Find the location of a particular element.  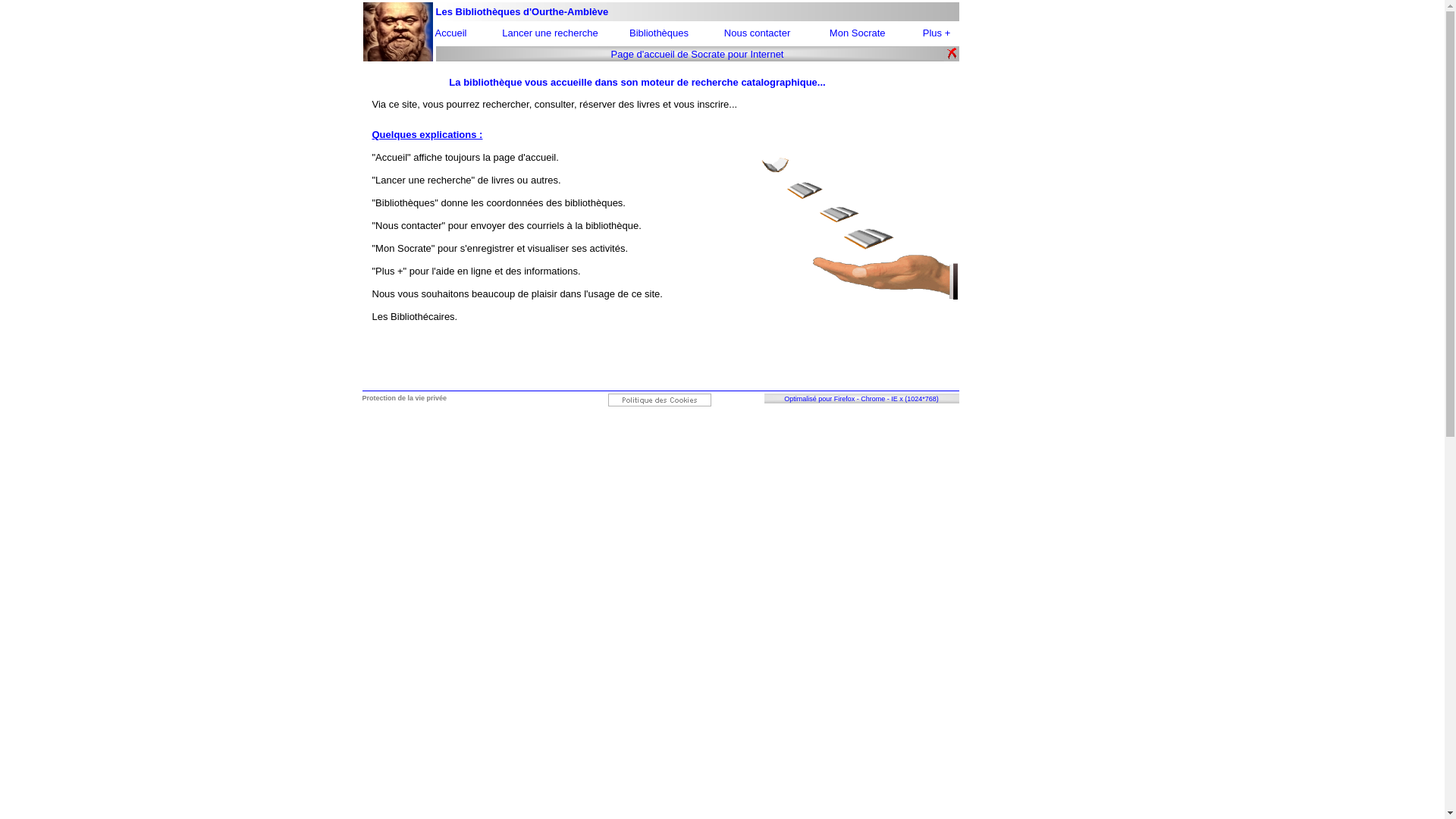

'Plus +' is located at coordinates (936, 33).